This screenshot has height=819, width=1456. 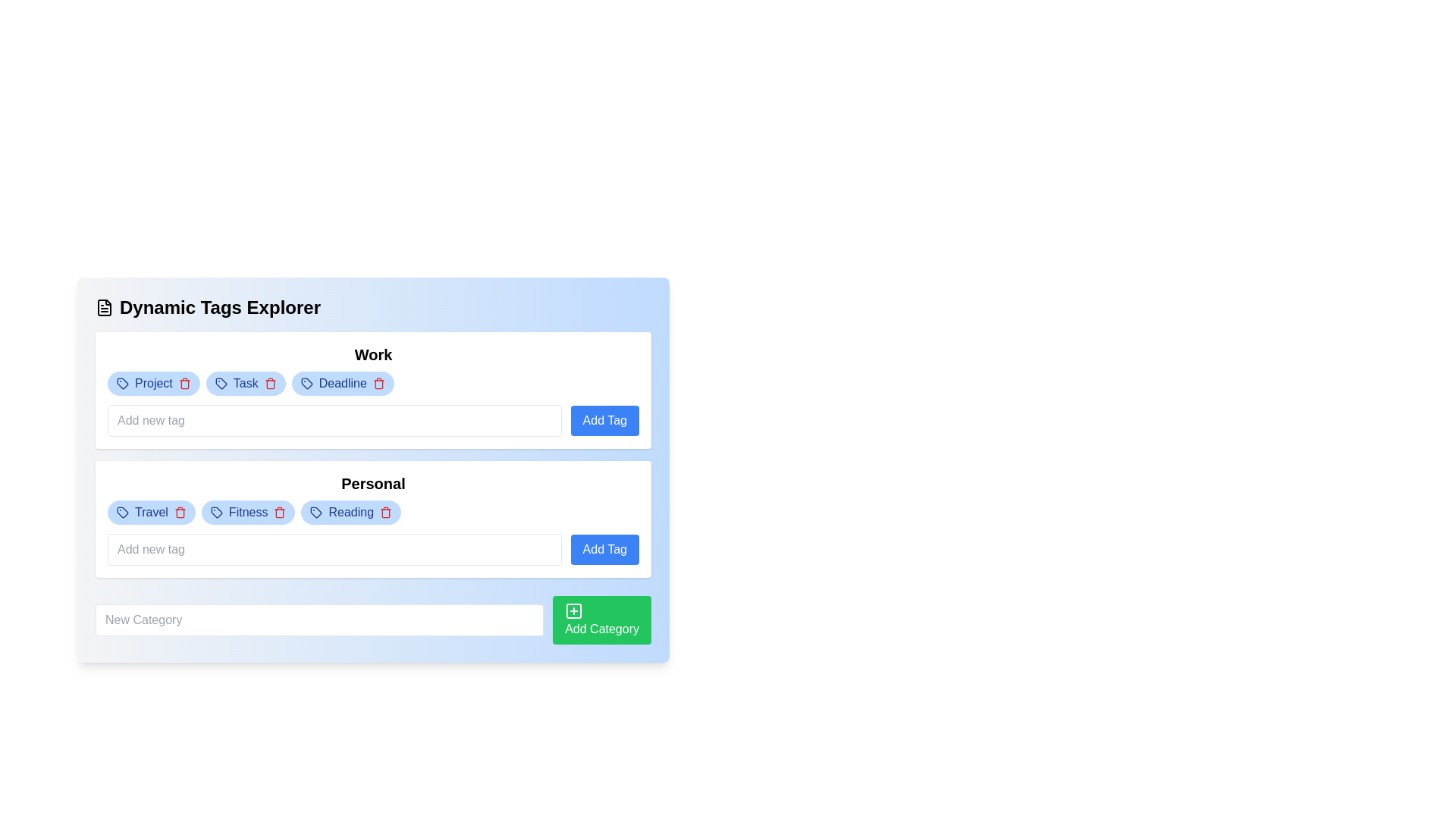 What do you see at coordinates (248, 512) in the screenshot?
I see `the trash icon on the second tag element in the 'Personal' section` at bounding box center [248, 512].